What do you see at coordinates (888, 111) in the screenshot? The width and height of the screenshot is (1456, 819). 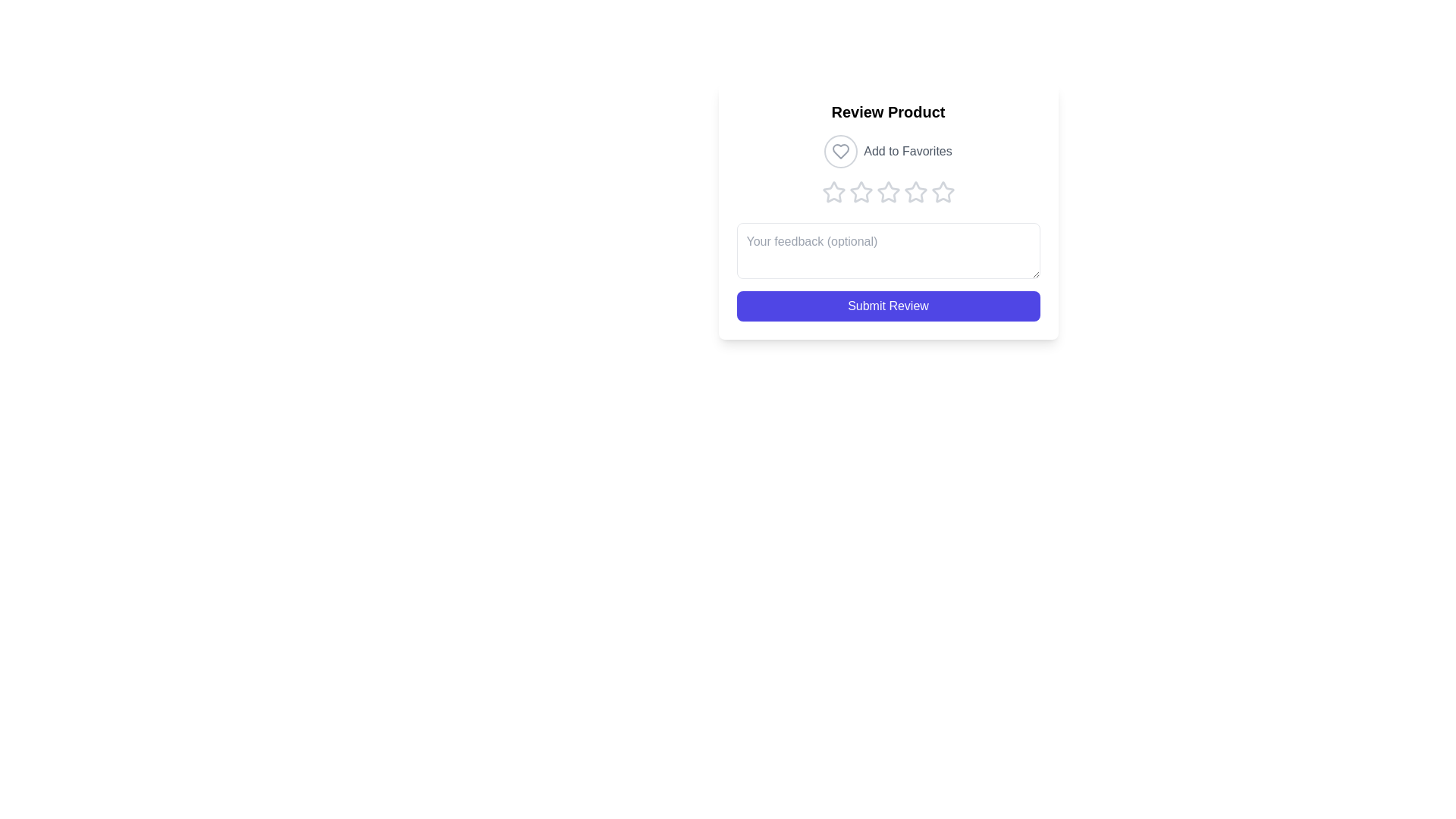 I see `the header text element located at the top of the card-like UI component, which provides context for product review` at bounding box center [888, 111].